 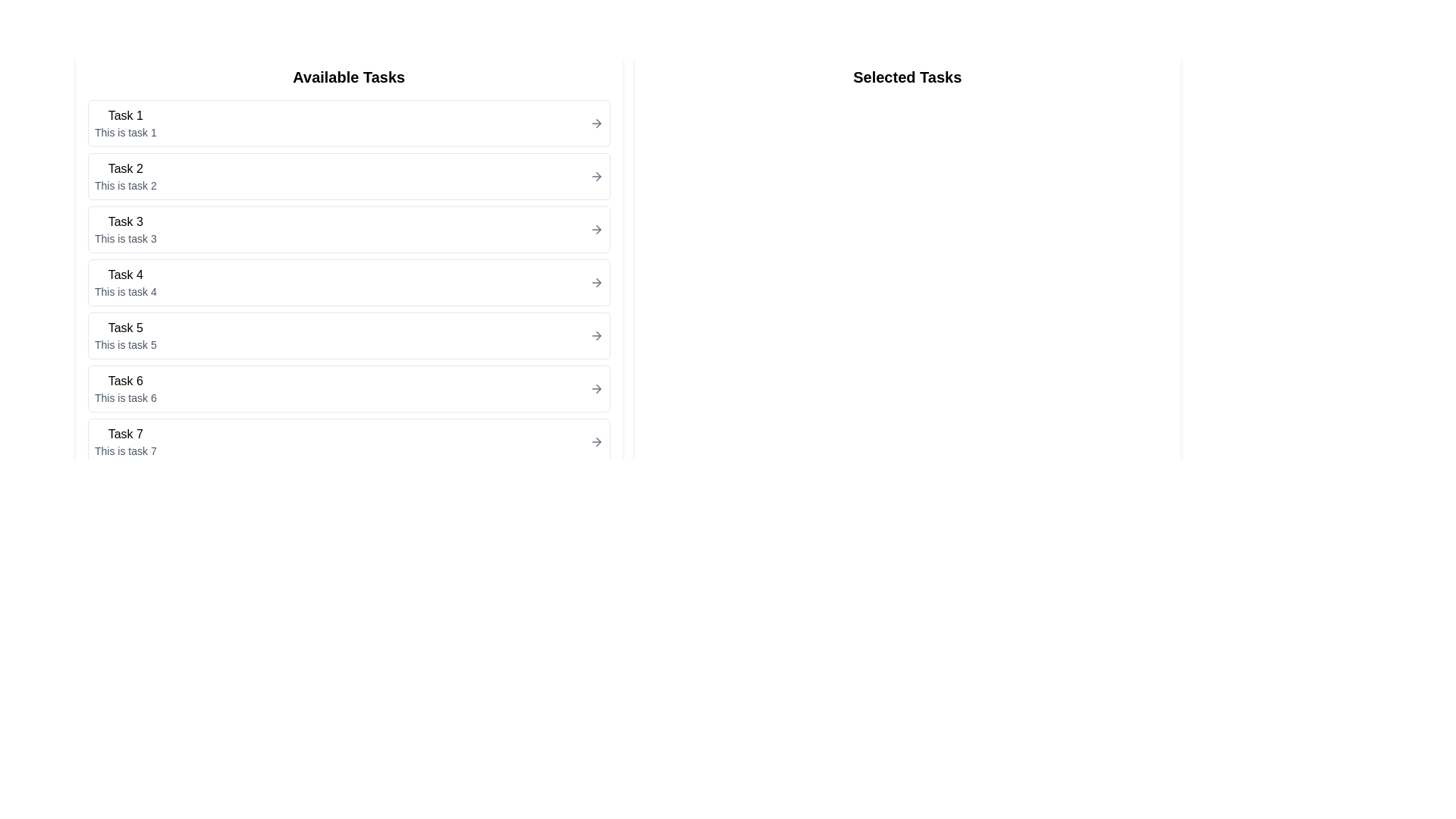 What do you see at coordinates (595, 230) in the screenshot?
I see `the arrow icon located next to 'Task 4' in the 'Available Tasks' section` at bounding box center [595, 230].